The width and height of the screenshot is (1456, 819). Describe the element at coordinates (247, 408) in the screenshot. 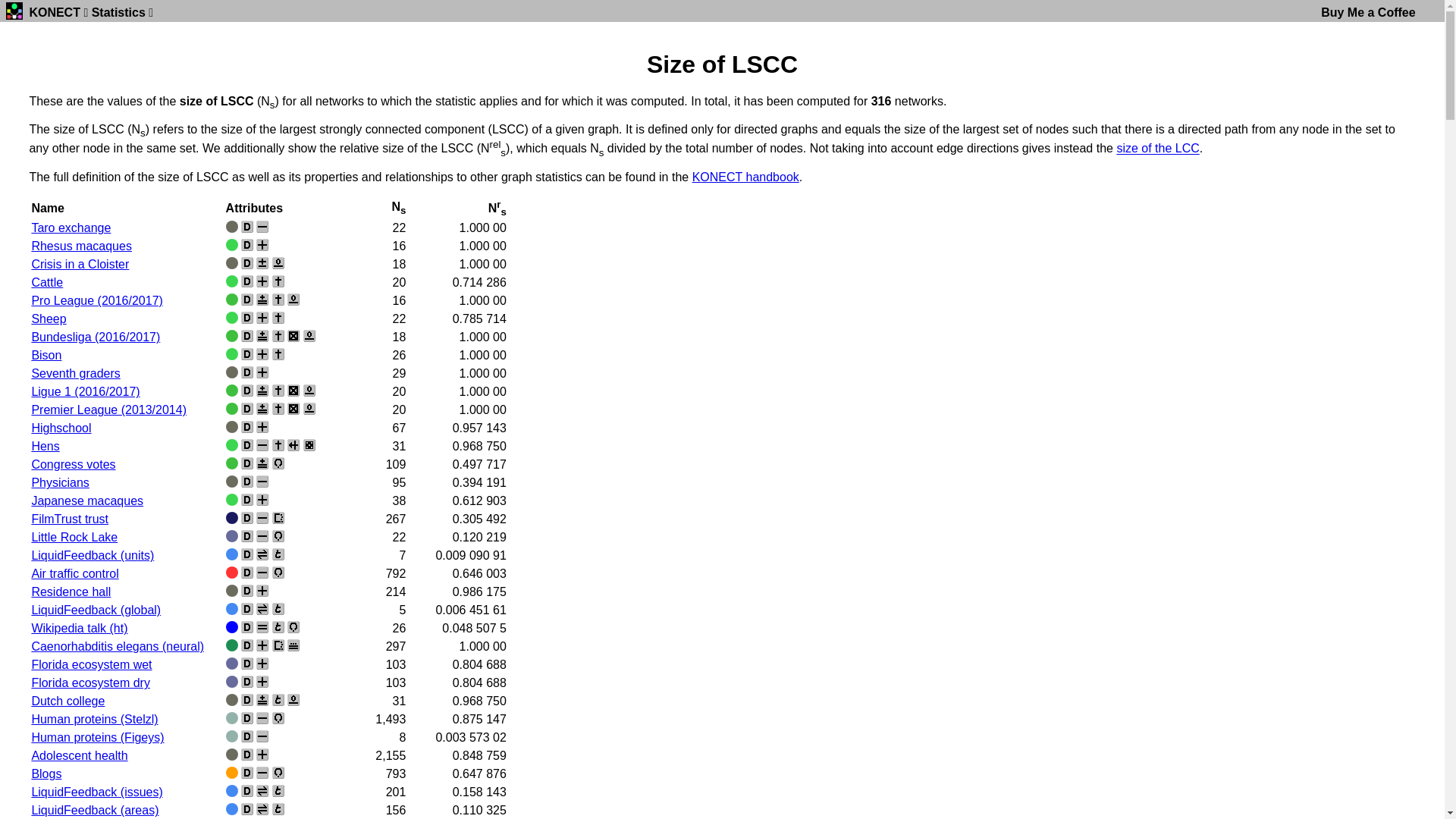

I see `'Unipartite, directed'` at that location.